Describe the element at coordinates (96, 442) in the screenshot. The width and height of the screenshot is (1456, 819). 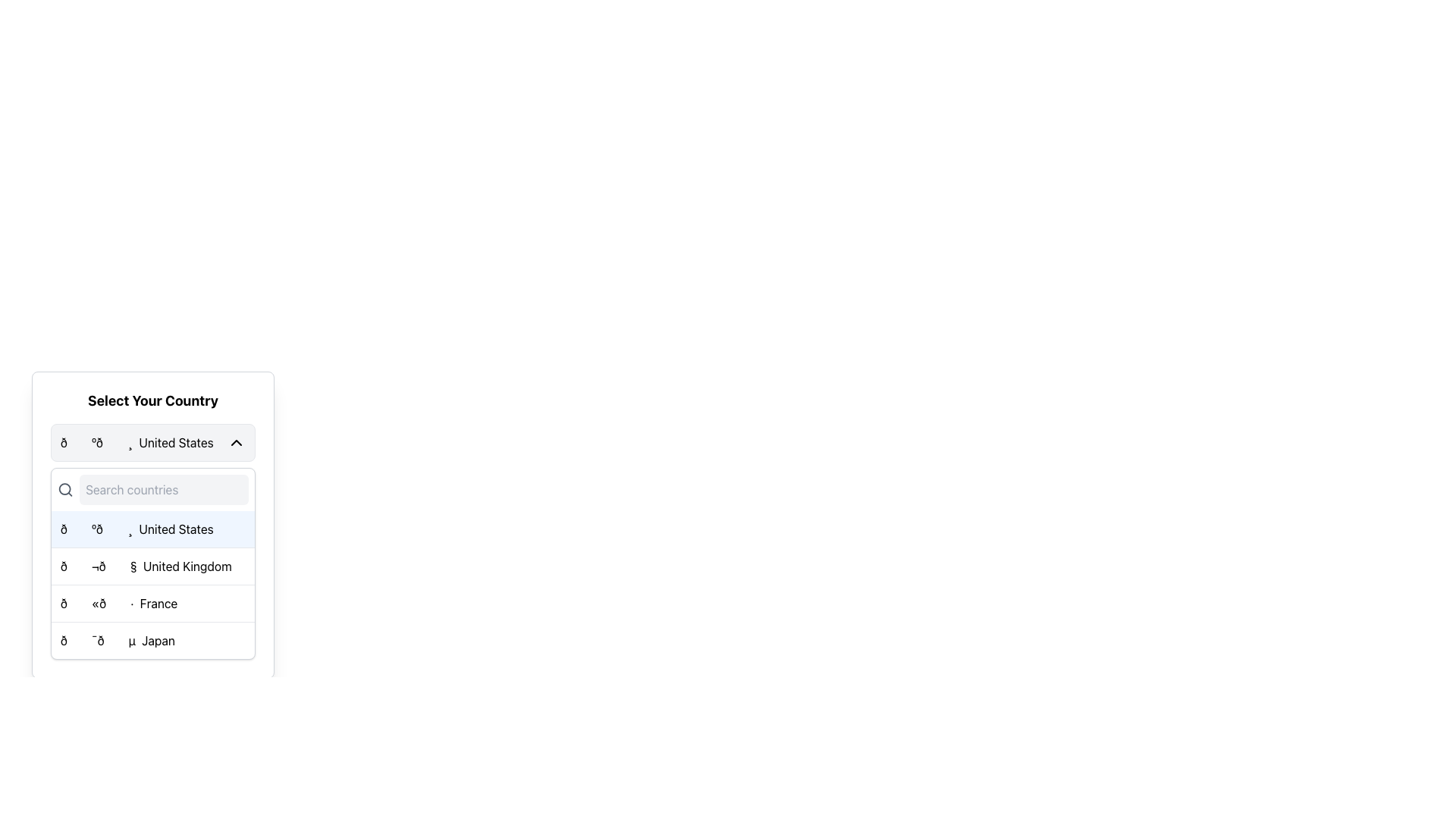
I see `the flag icon representing the United States in the 'Select Your Country' dropdown menu` at that location.